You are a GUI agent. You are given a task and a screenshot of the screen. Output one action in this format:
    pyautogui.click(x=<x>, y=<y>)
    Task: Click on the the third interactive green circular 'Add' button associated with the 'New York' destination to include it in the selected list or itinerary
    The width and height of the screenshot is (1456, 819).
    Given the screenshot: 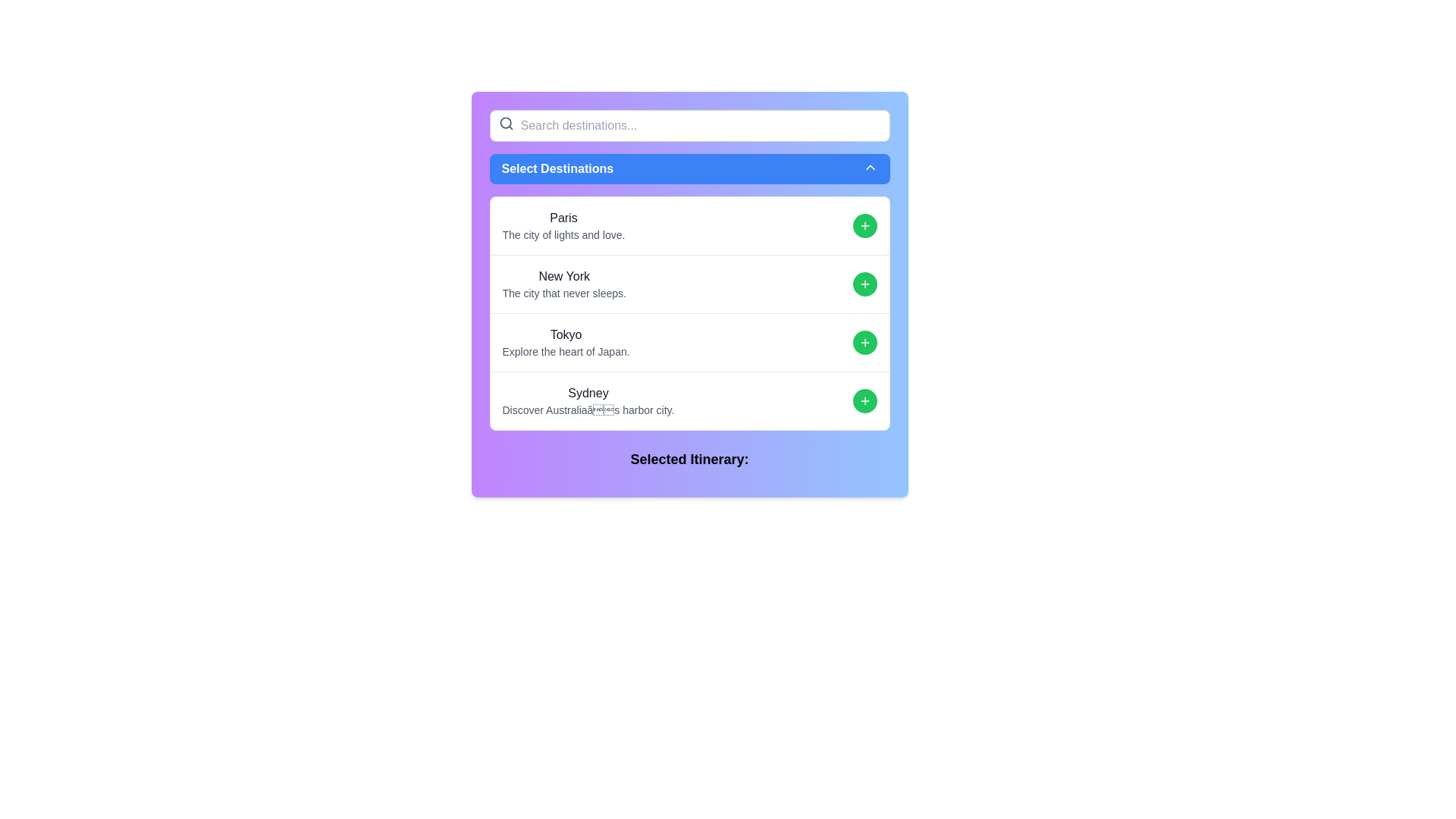 What is the action you would take?
    pyautogui.click(x=864, y=284)
    